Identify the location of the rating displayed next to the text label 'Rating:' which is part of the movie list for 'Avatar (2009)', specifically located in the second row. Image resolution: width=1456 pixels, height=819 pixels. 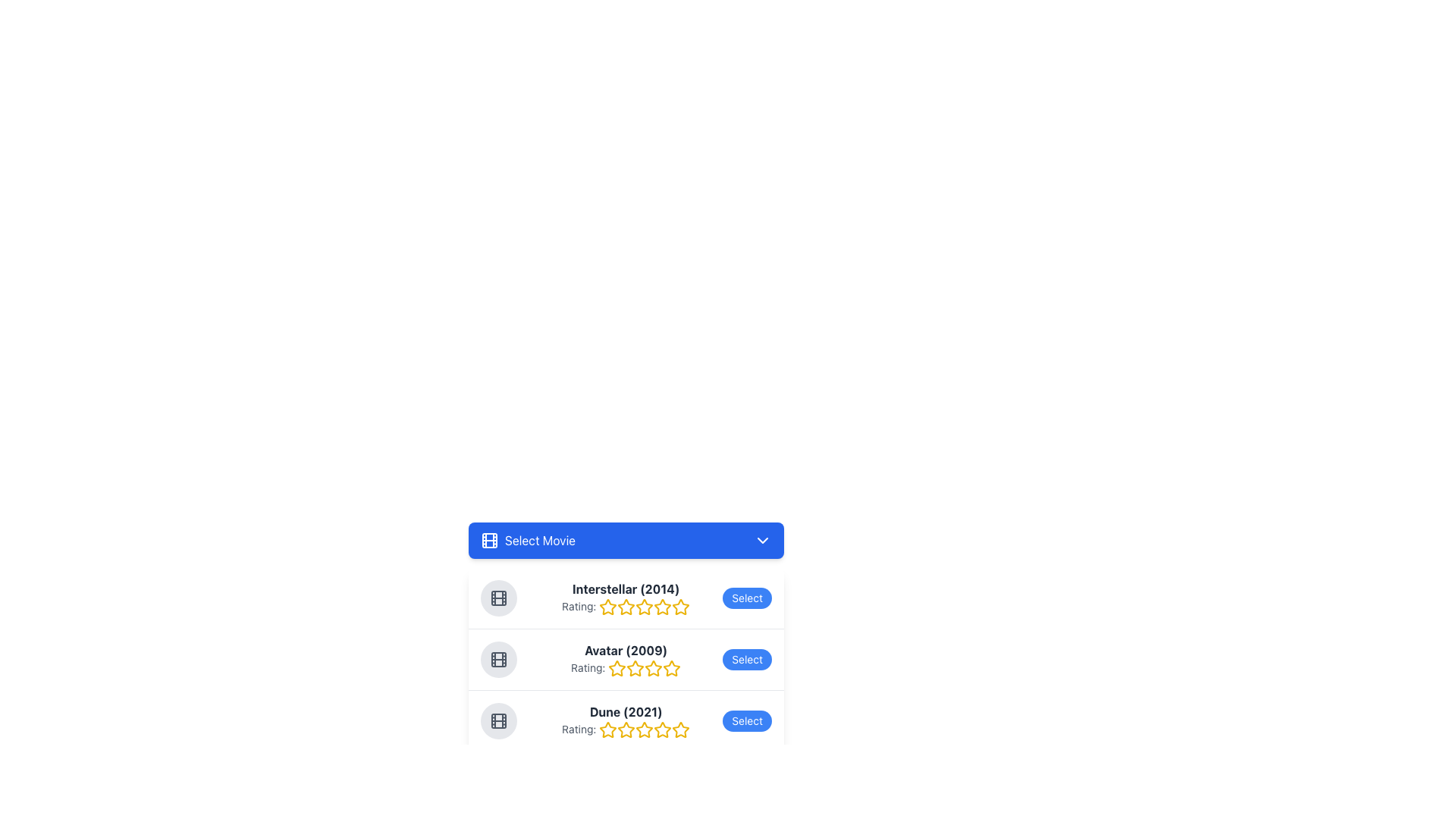
(626, 668).